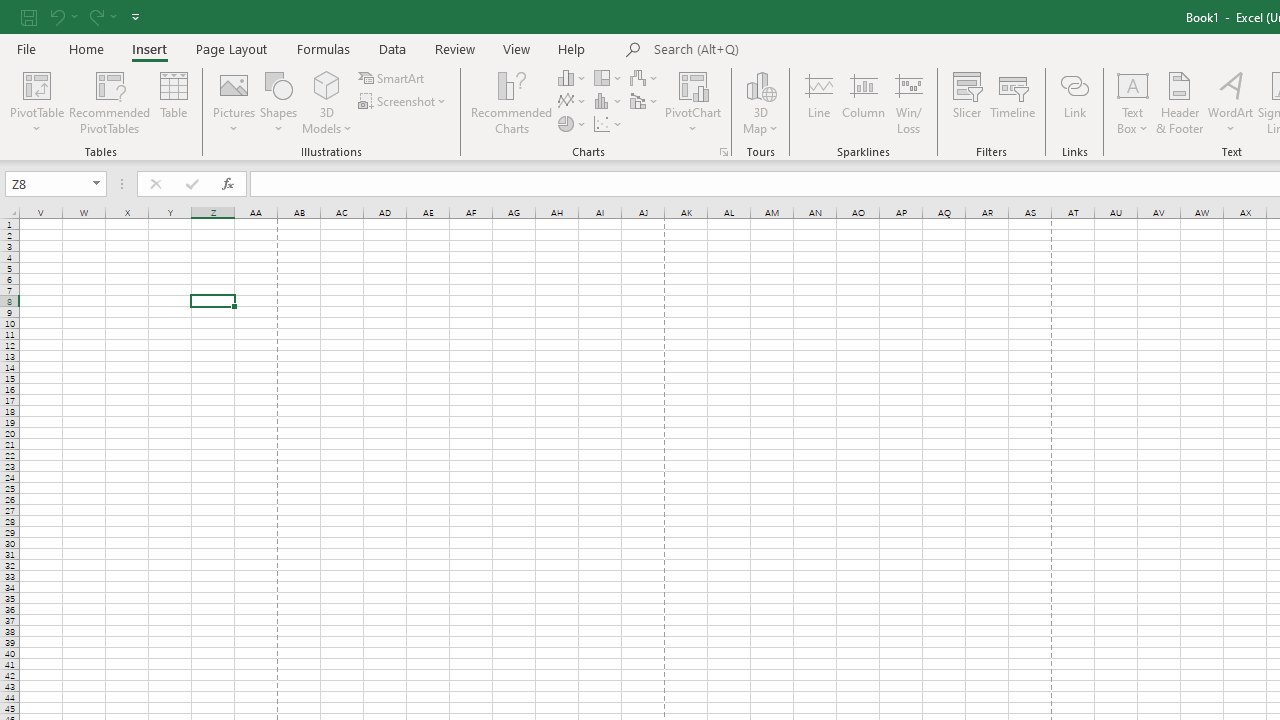 The image size is (1280, 720). Describe the element at coordinates (392, 77) in the screenshot. I see `'SmartArt...'` at that location.